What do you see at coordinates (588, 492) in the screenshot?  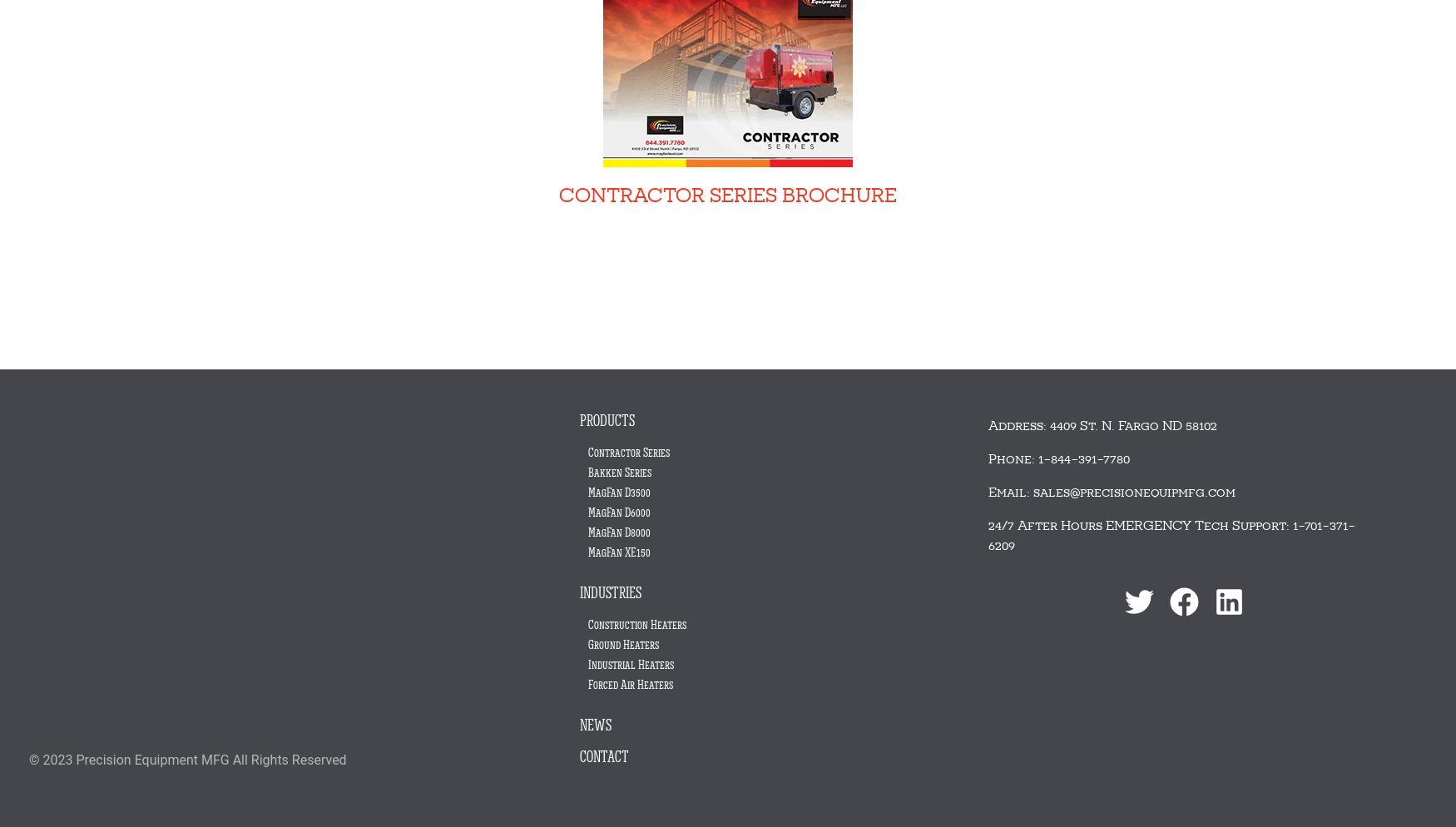 I see `'MagFan D3500'` at bounding box center [588, 492].